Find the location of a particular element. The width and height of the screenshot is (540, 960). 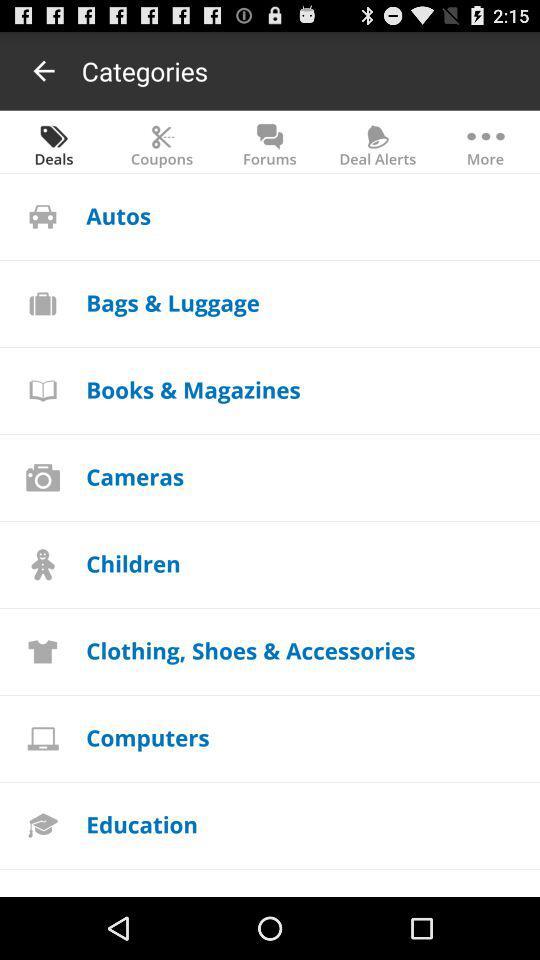

the bags & luggage is located at coordinates (173, 302).